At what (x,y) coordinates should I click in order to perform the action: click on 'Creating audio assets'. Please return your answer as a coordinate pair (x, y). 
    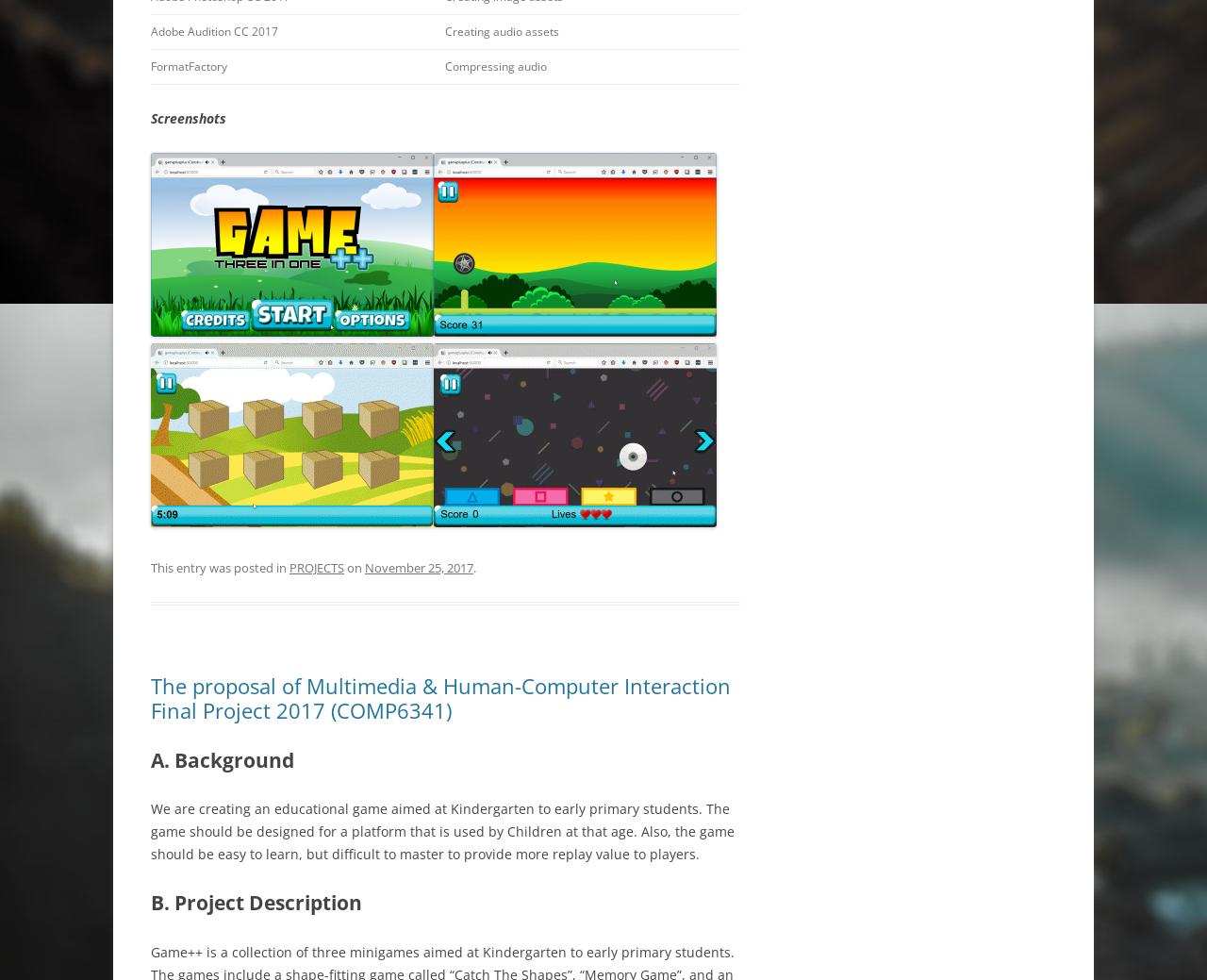
    Looking at the image, I should click on (502, 30).